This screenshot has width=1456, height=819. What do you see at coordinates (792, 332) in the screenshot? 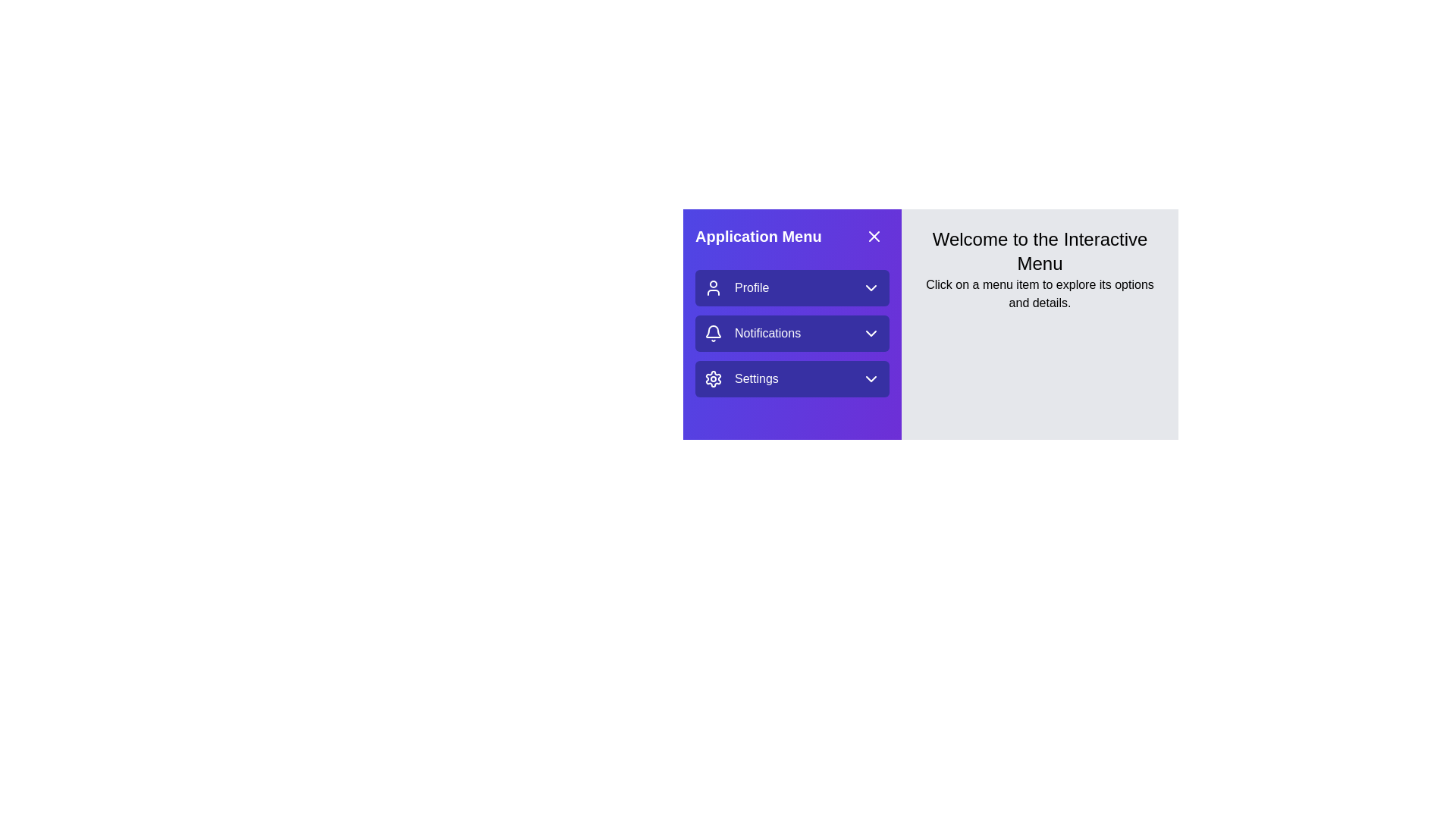
I see `the second menu item under the 'Application Menu'` at bounding box center [792, 332].